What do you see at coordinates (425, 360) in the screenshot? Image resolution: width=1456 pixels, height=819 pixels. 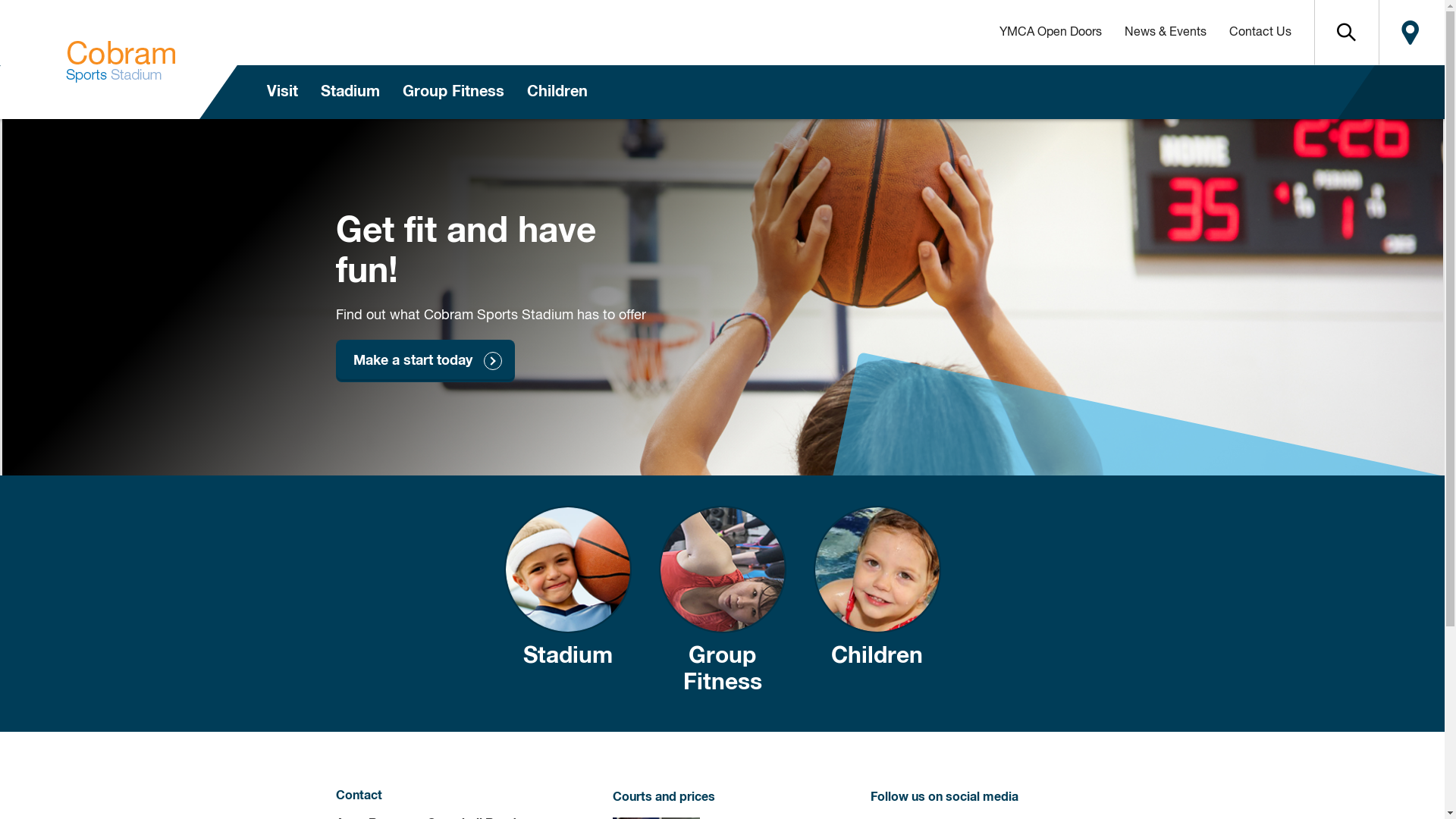 I see `'Make a start today'` at bounding box center [425, 360].